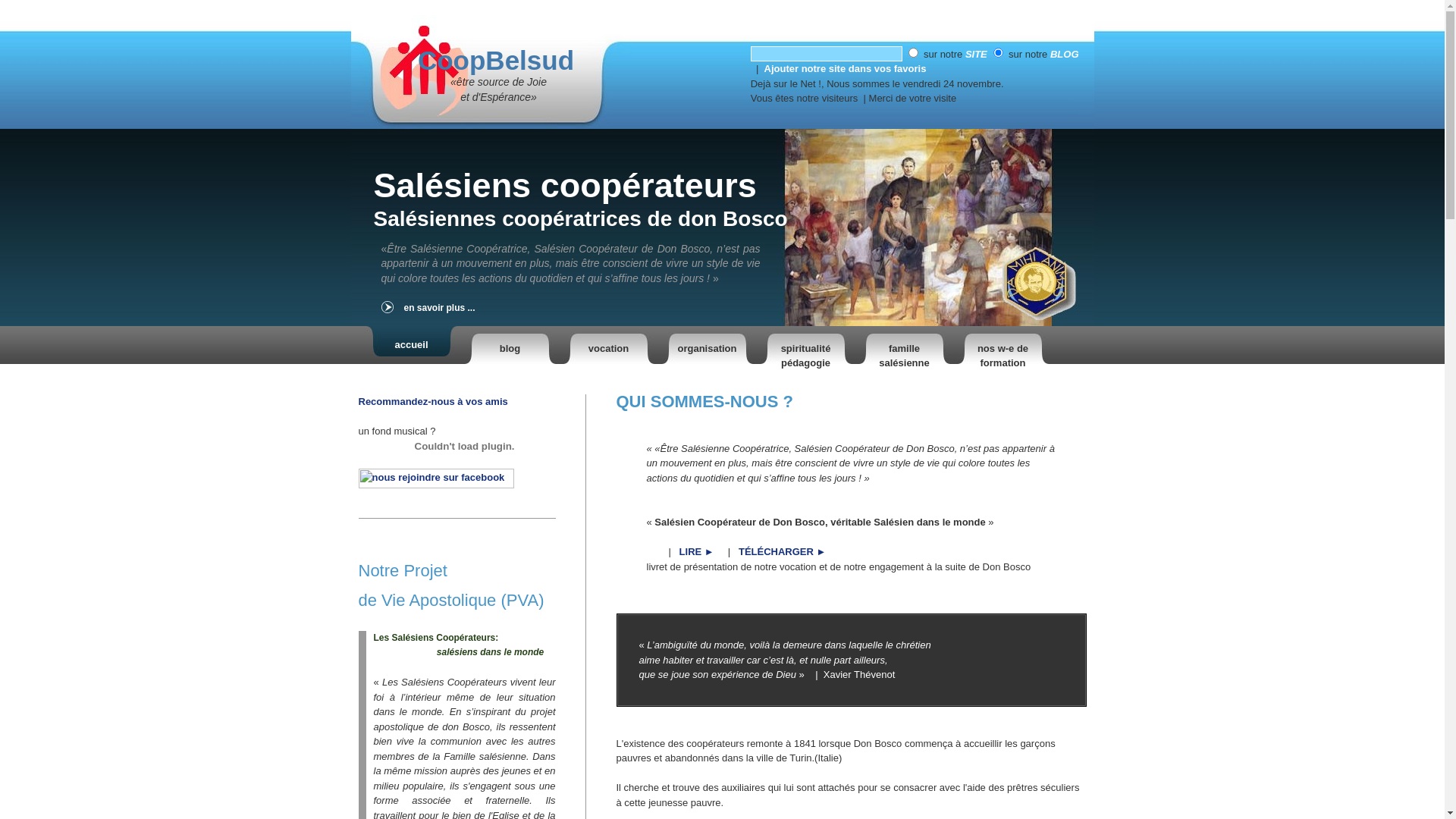 The image size is (1456, 819). I want to click on 'en savoir plus ...', so click(467, 308).